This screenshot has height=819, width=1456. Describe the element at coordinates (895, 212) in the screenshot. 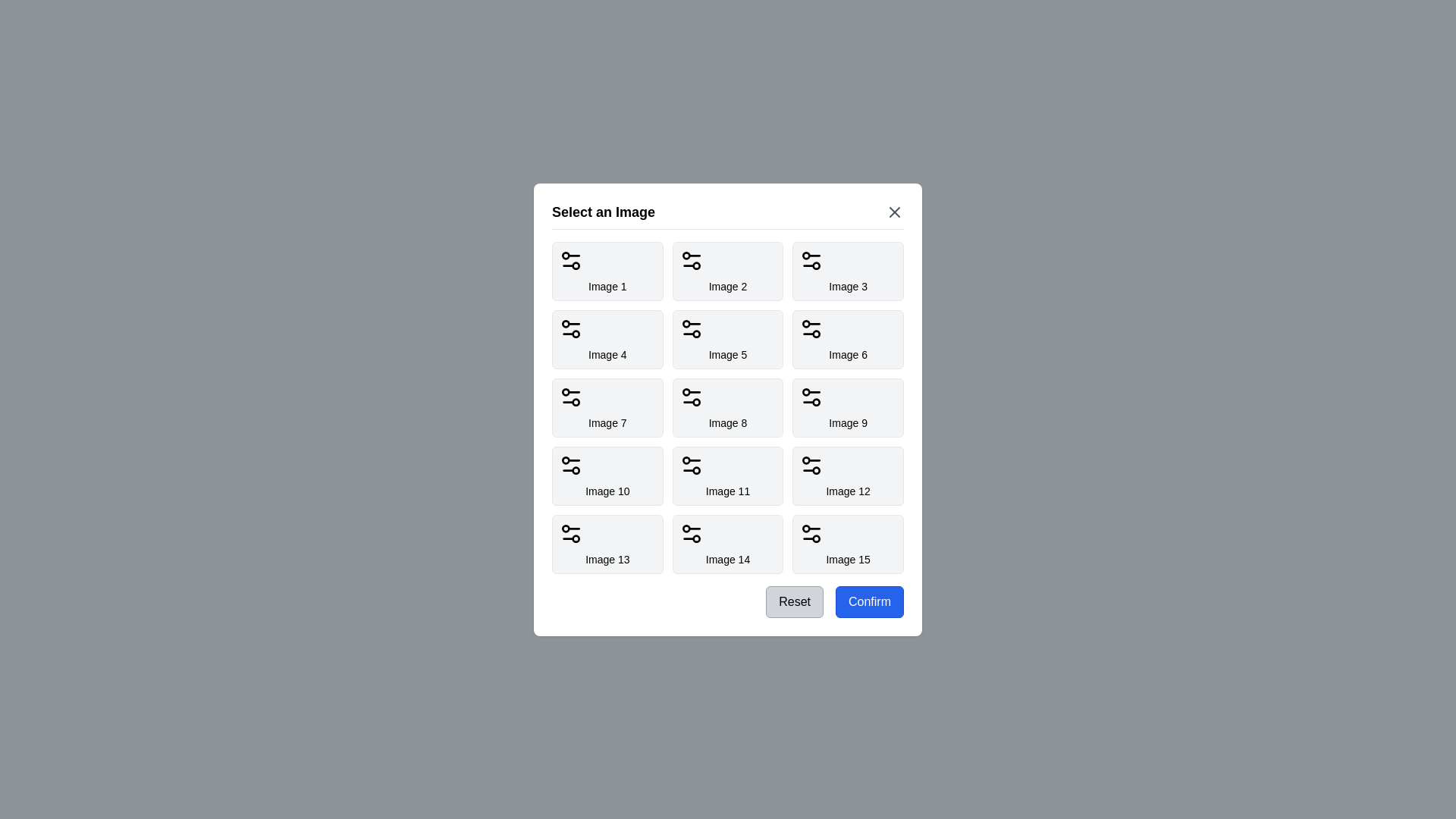

I see `close button in the top-right corner of the dialog to close it` at that location.